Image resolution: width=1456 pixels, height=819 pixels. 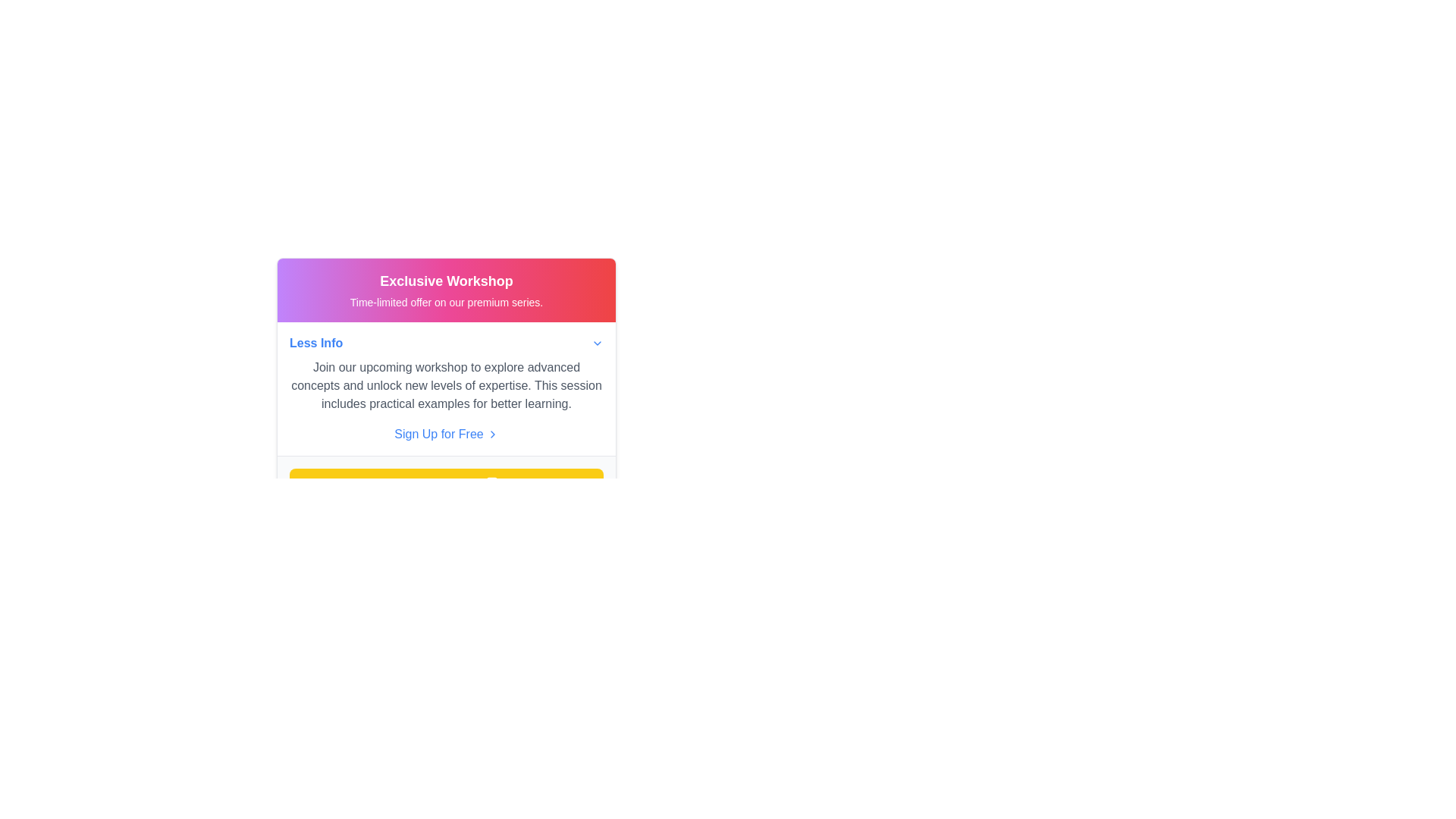 What do you see at coordinates (446, 385) in the screenshot?
I see `information provided in the Text block located below the 'Less Info' heading and above the 'Sign Up for Free' button` at bounding box center [446, 385].